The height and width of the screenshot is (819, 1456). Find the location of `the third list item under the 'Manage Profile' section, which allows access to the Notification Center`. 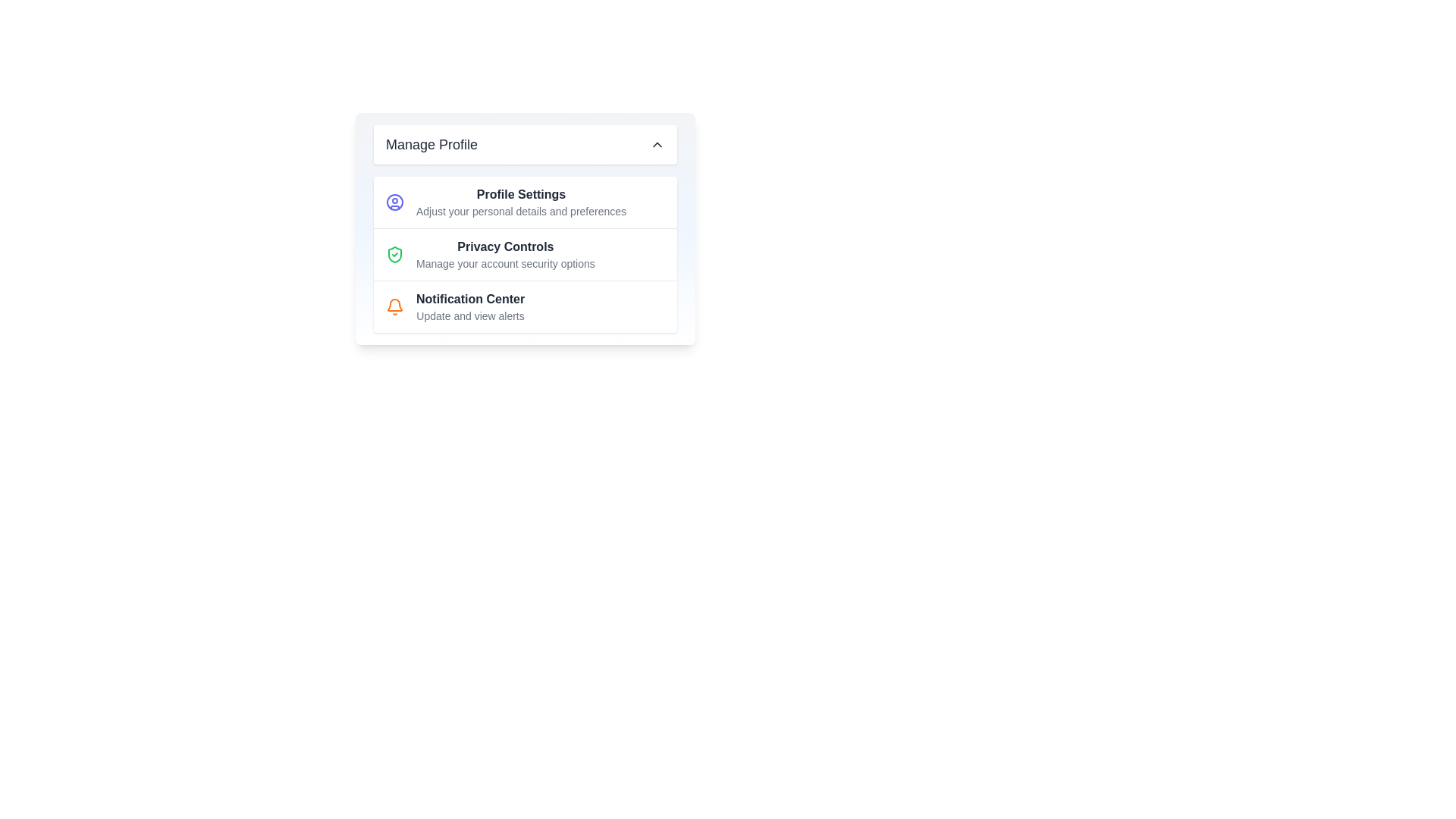

the third list item under the 'Manage Profile' section, which allows access to the Notification Center is located at coordinates (525, 306).